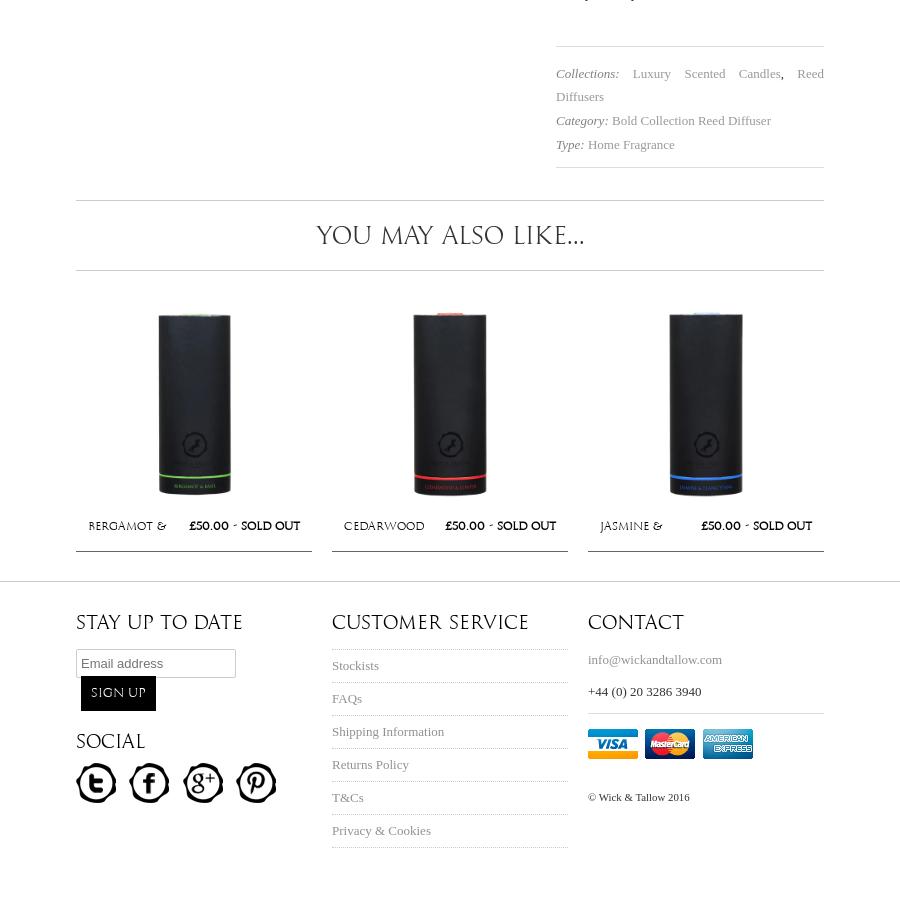  Describe the element at coordinates (380, 829) in the screenshot. I see `'Privacy & Cookies'` at that location.